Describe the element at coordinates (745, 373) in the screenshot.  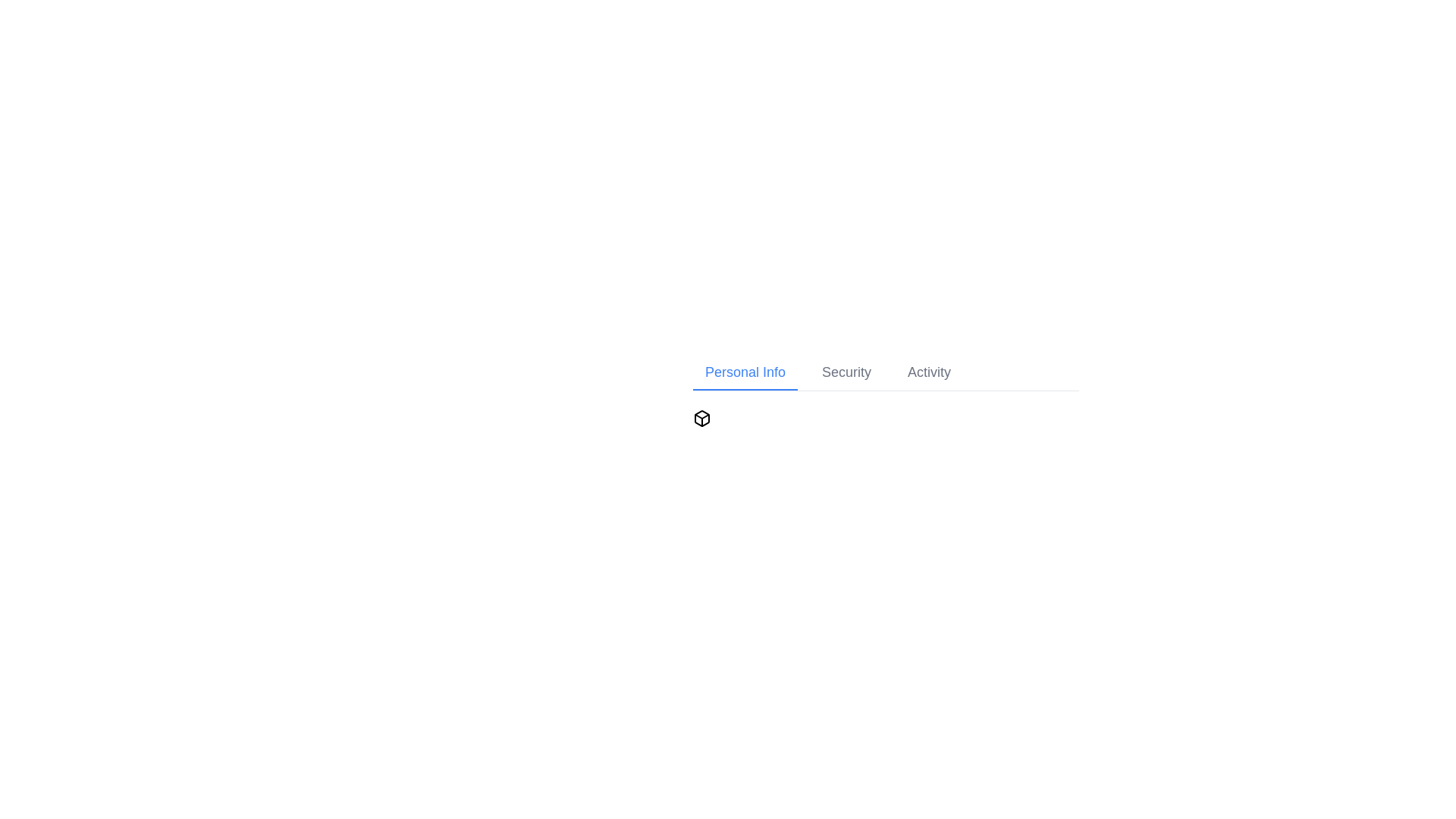
I see `the Personal Info tab in the navigation bar` at that location.